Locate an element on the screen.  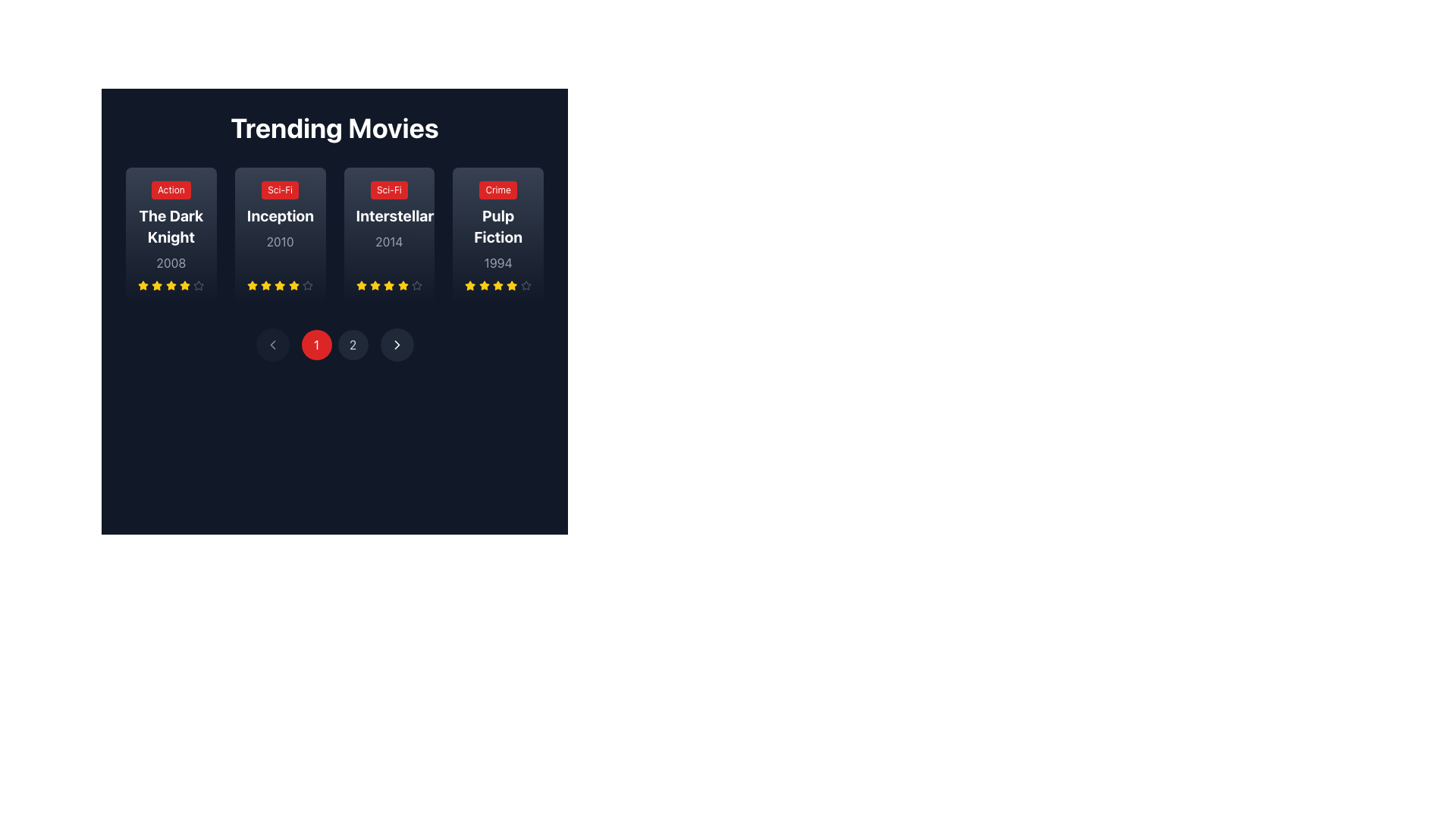
the third star icon in the movie rating system under the 'Inception' movie card to specify a rating is located at coordinates (280, 285).